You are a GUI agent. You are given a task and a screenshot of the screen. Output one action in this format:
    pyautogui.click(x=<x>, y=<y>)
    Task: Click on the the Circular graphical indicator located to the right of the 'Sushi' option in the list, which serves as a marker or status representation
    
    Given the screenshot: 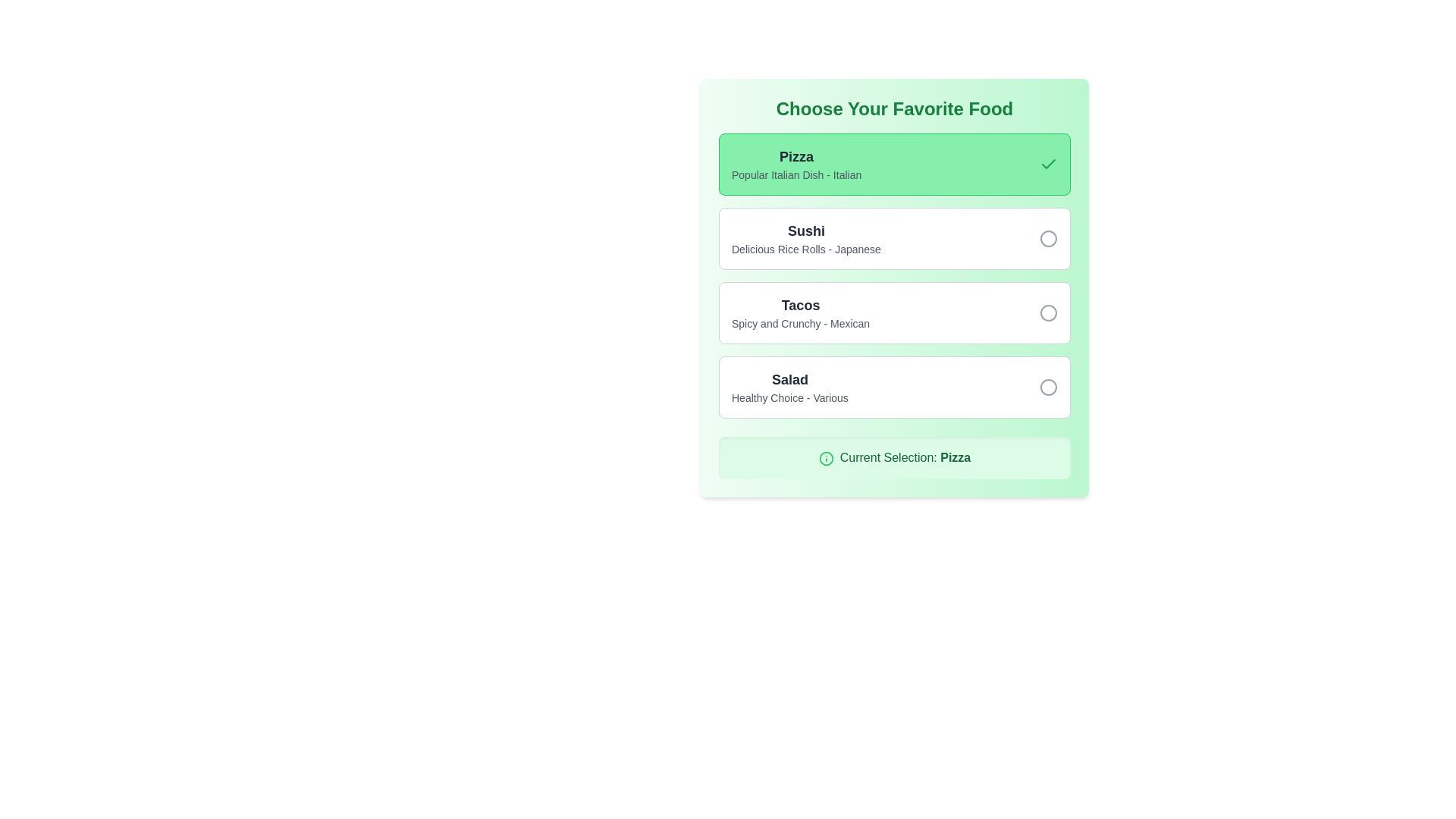 What is the action you would take?
    pyautogui.click(x=1047, y=239)
    